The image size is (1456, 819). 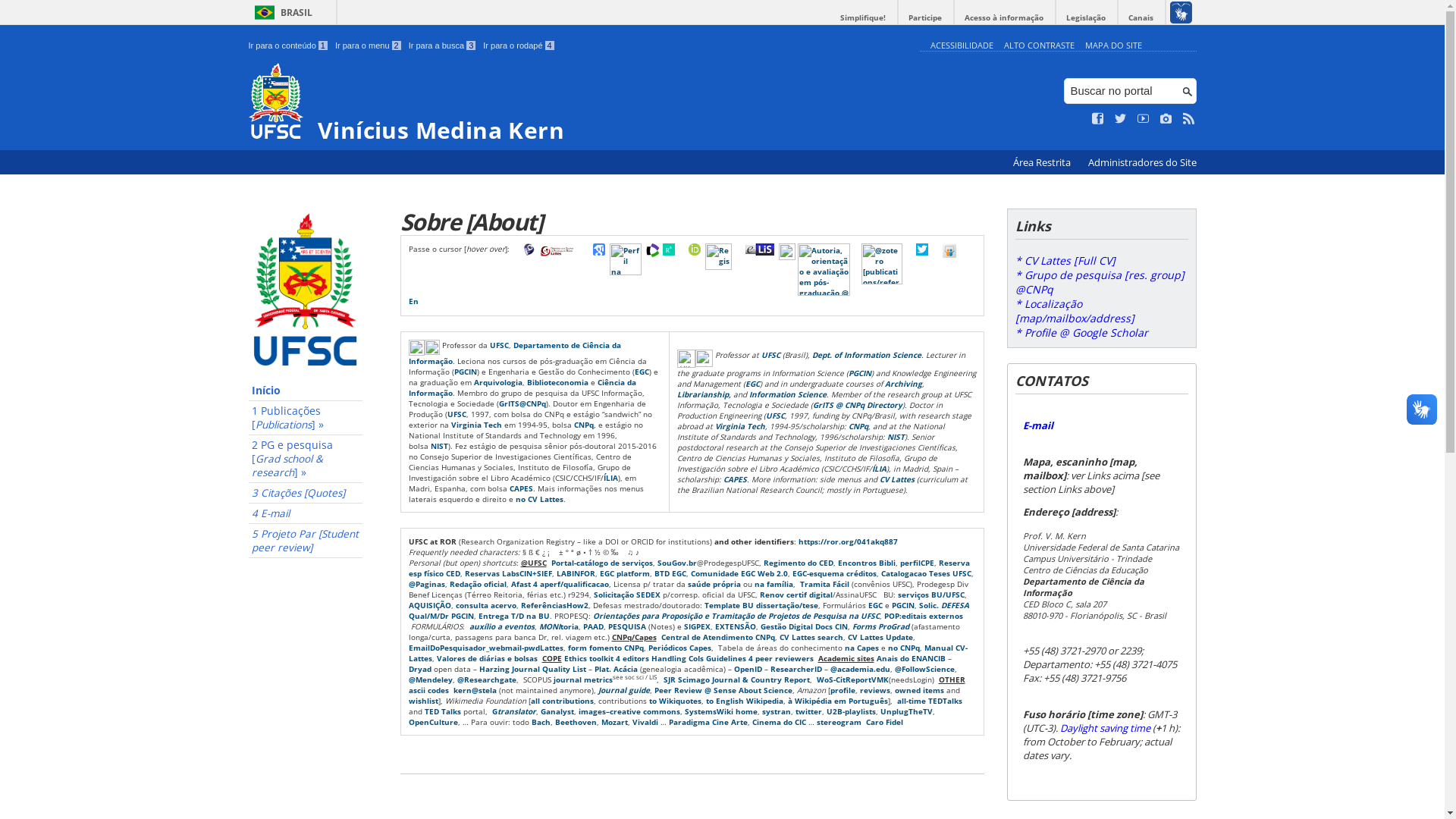 I want to click on 'LABINFOR', so click(x=575, y=573).